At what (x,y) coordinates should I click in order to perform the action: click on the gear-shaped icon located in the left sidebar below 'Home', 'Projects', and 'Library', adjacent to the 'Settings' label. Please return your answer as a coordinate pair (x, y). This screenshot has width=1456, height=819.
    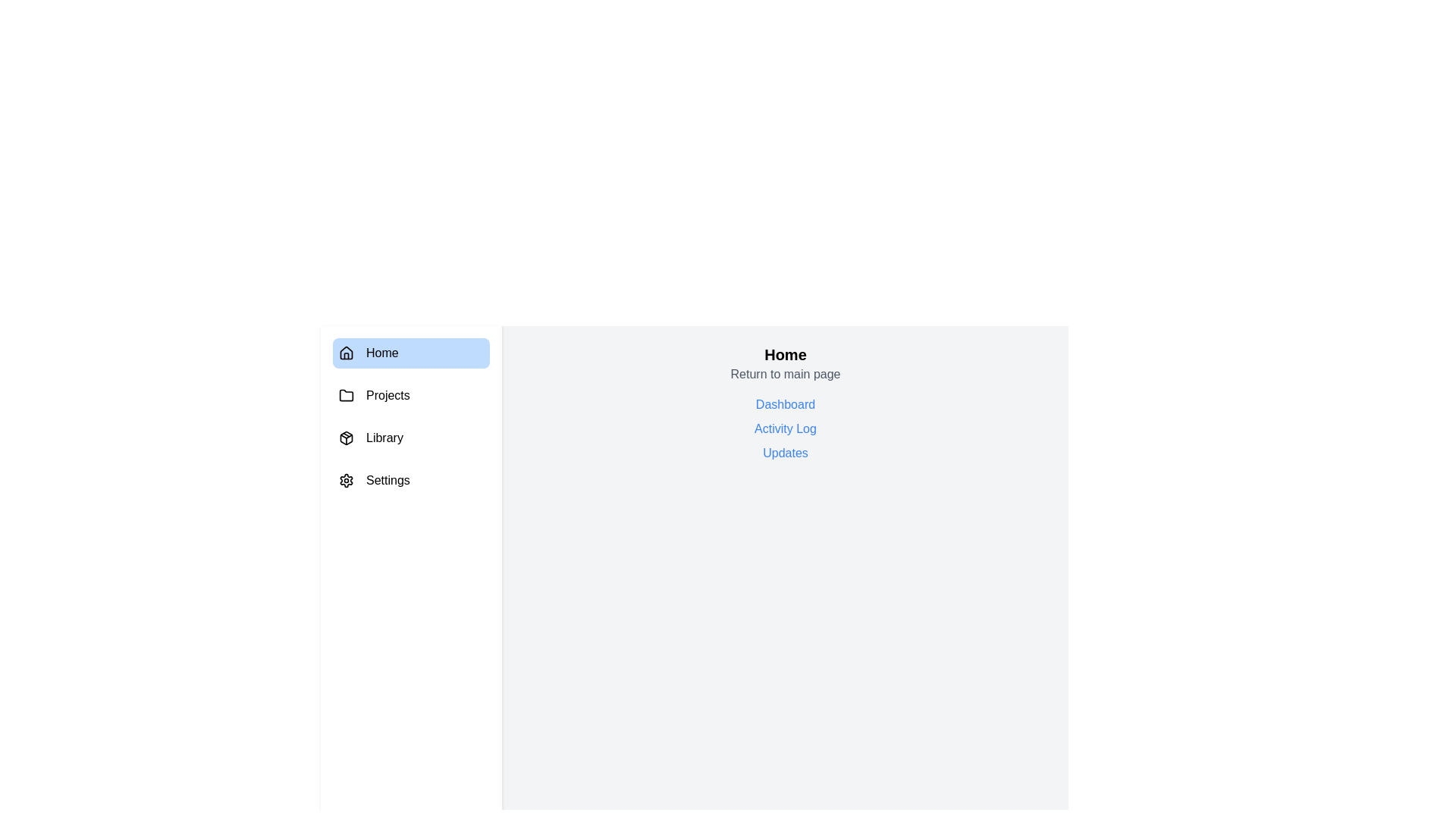
    Looking at the image, I should click on (345, 480).